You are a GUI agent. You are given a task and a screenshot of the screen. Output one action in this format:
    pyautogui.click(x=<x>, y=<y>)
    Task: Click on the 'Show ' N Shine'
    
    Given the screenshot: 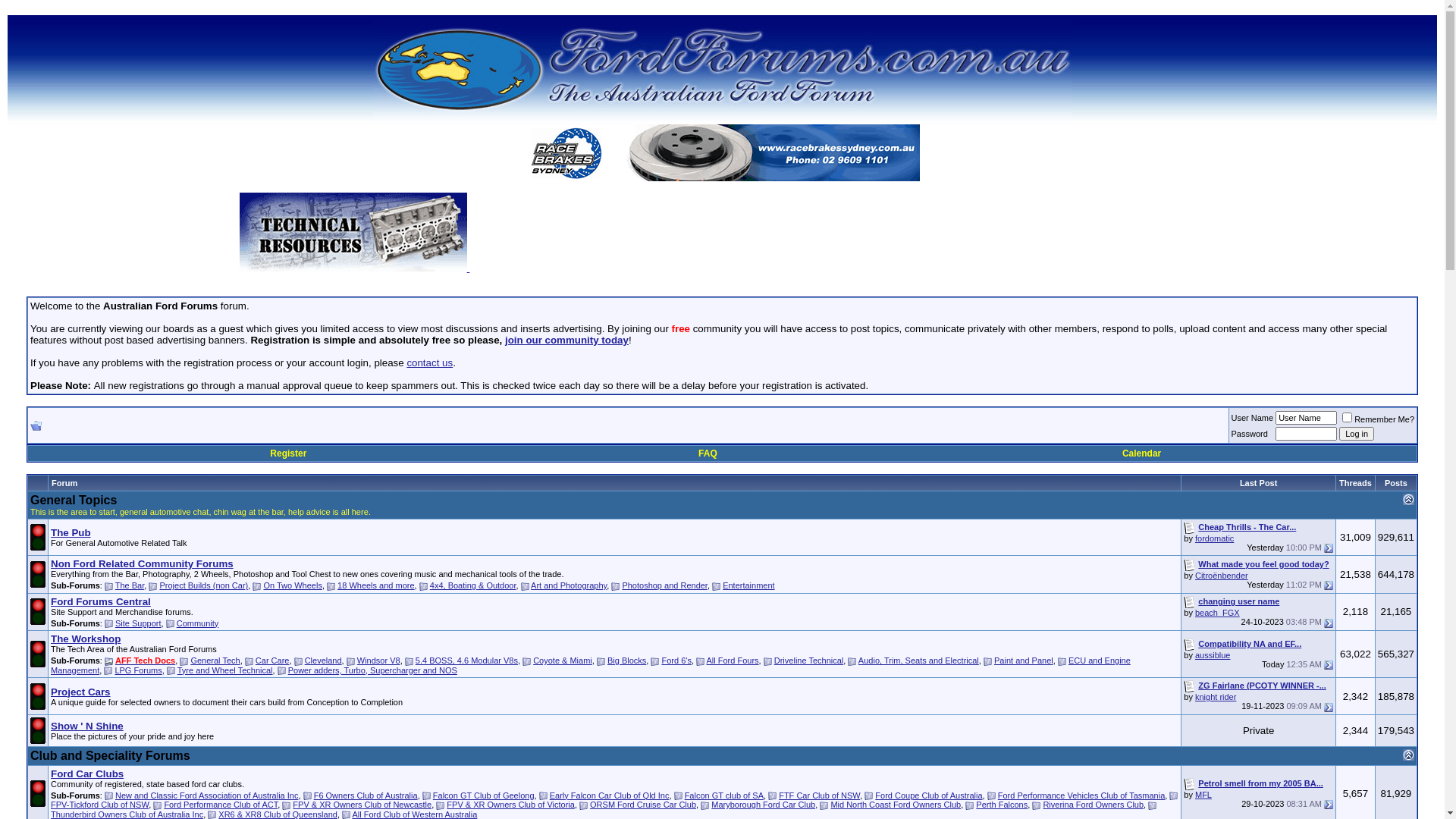 What is the action you would take?
    pyautogui.click(x=86, y=725)
    